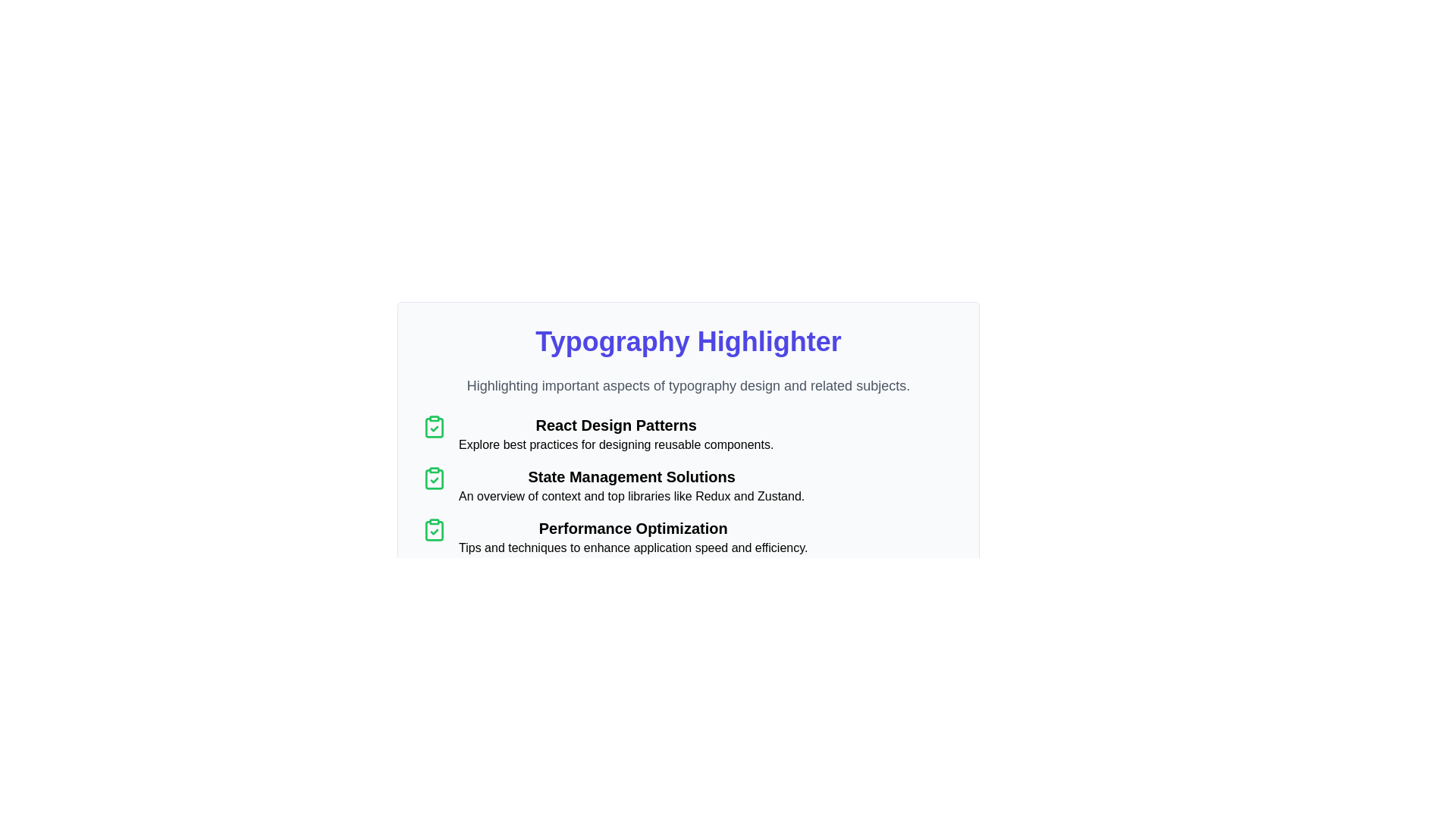 The image size is (1456, 819). What do you see at coordinates (632, 475) in the screenshot?
I see `the text heading 'State Management Solutions'` at bounding box center [632, 475].